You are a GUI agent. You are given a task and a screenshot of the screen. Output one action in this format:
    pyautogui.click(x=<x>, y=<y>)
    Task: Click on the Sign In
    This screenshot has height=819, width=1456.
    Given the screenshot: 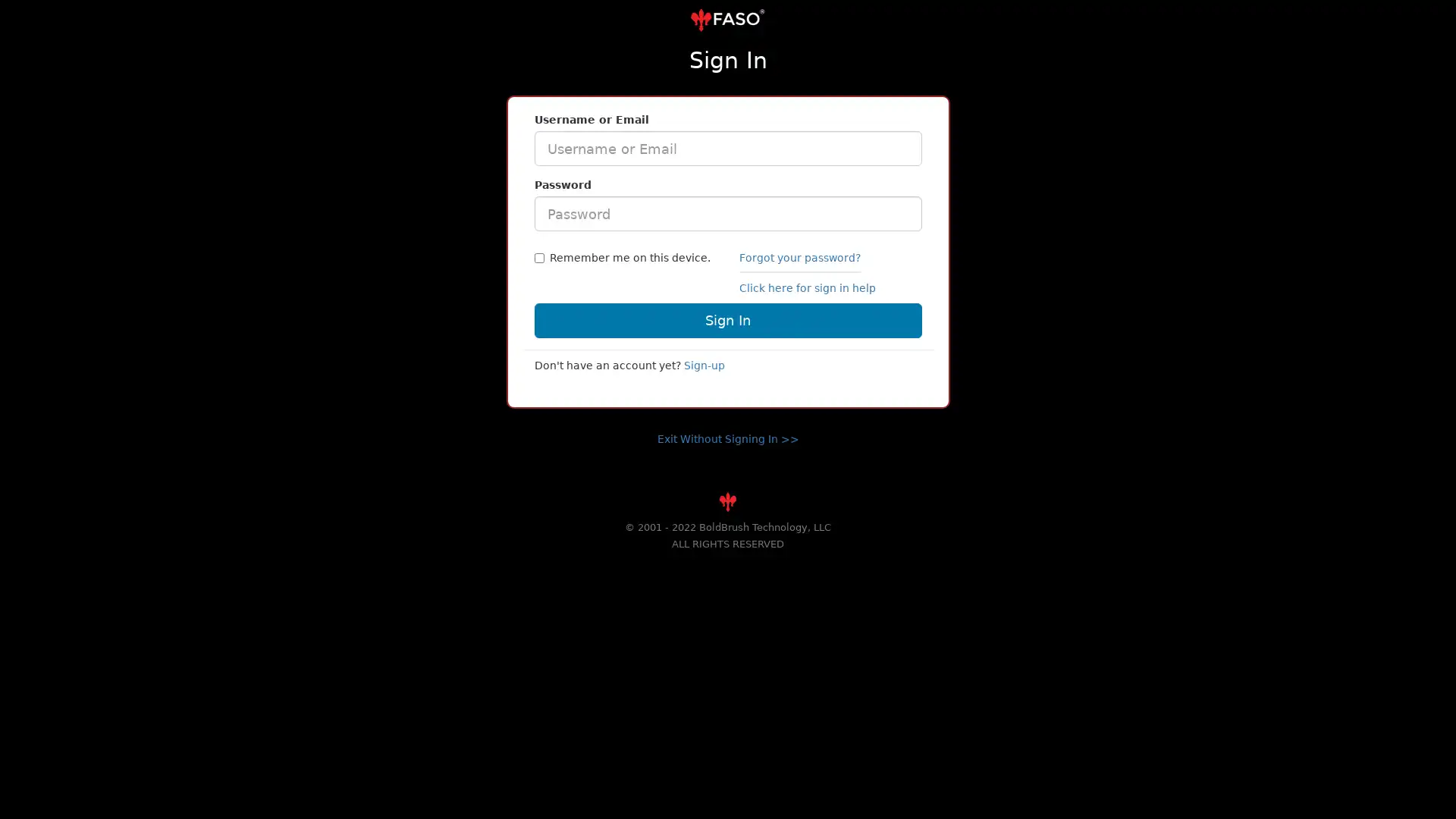 What is the action you would take?
    pyautogui.click(x=726, y=320)
    